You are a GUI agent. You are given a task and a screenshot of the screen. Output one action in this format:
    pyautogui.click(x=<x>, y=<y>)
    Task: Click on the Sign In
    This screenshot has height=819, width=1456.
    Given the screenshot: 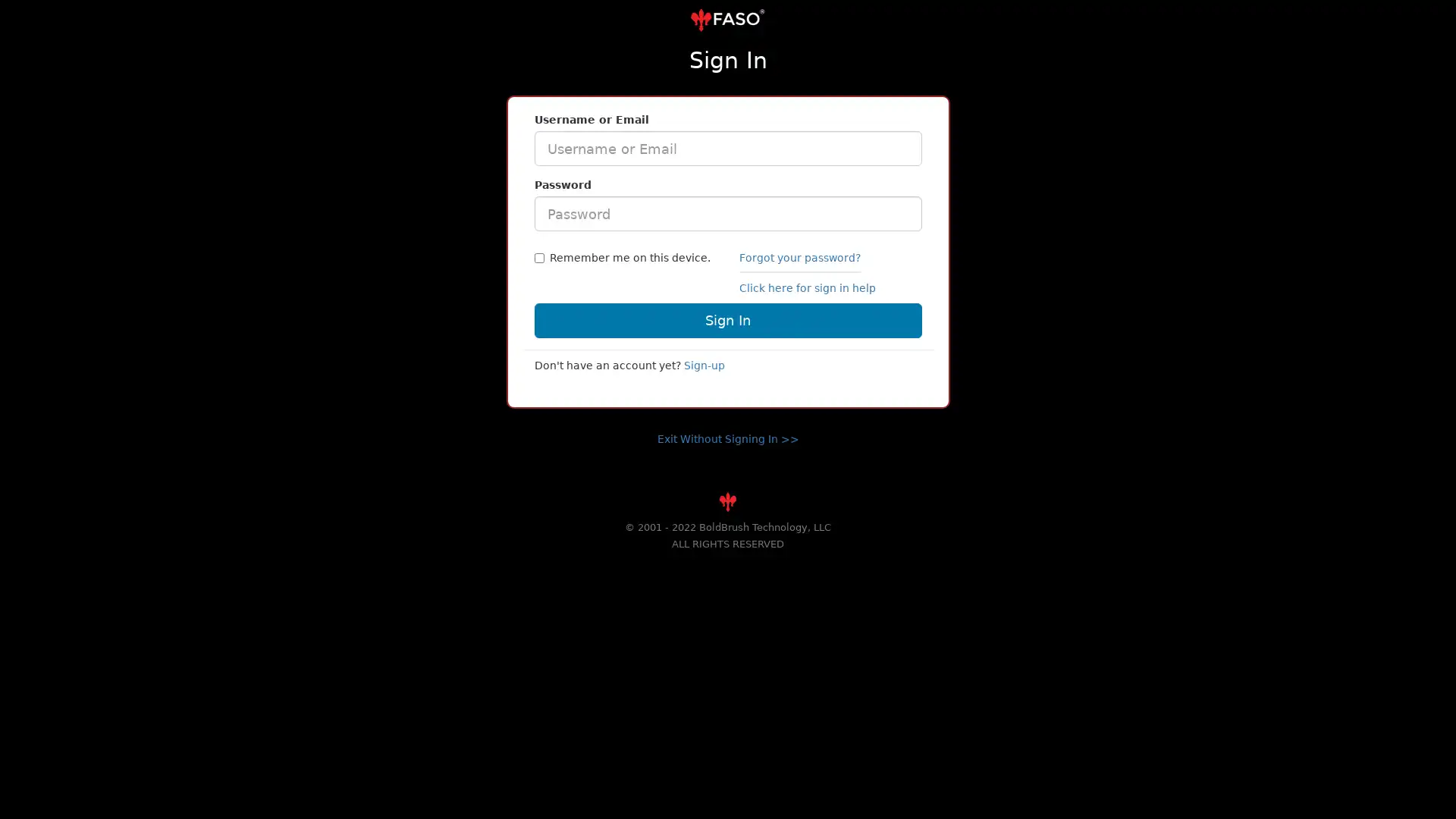 What is the action you would take?
    pyautogui.click(x=726, y=320)
    